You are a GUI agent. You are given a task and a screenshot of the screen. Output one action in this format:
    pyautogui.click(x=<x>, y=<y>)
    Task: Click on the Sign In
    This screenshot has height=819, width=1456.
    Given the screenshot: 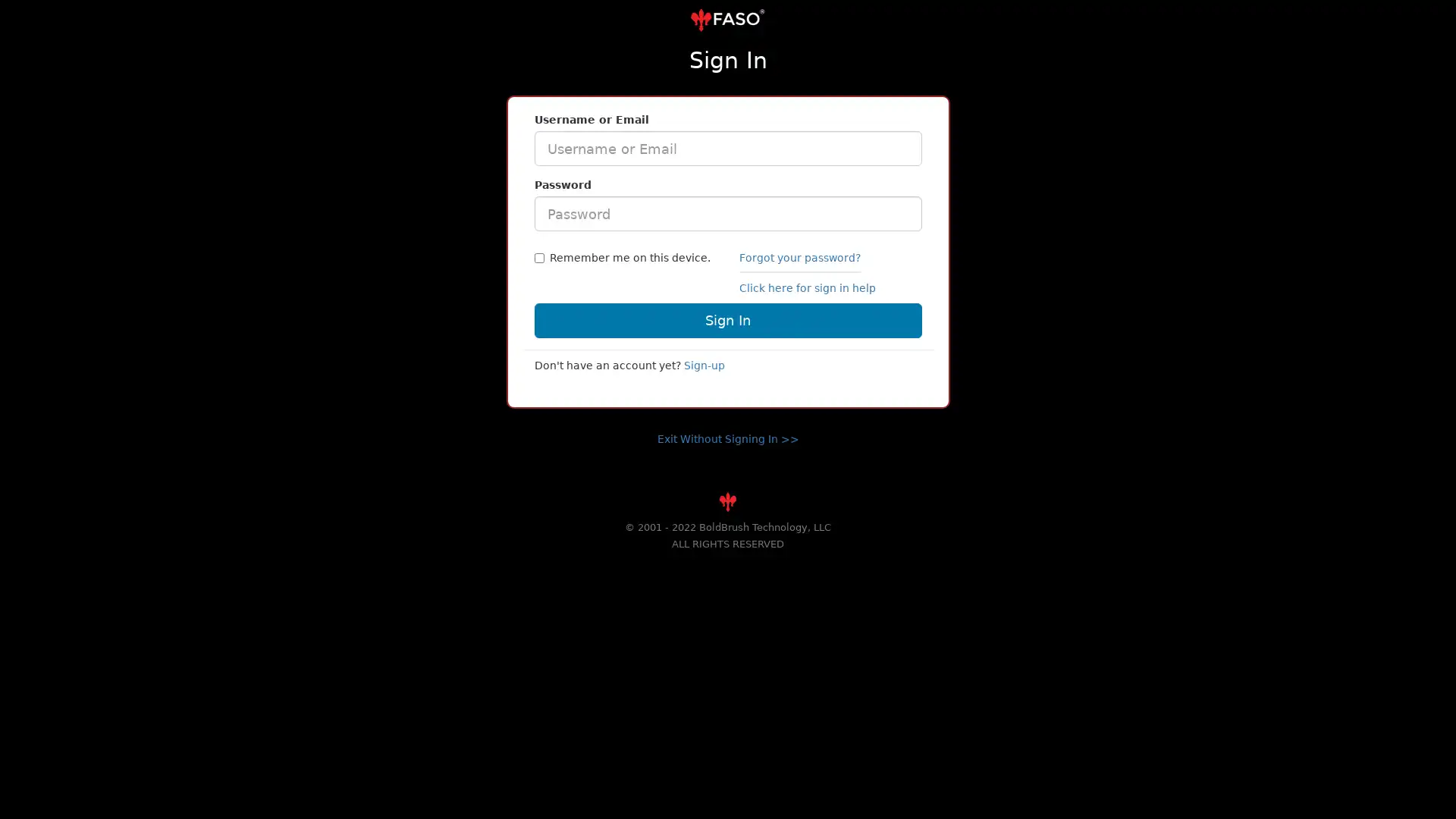 What is the action you would take?
    pyautogui.click(x=726, y=320)
    